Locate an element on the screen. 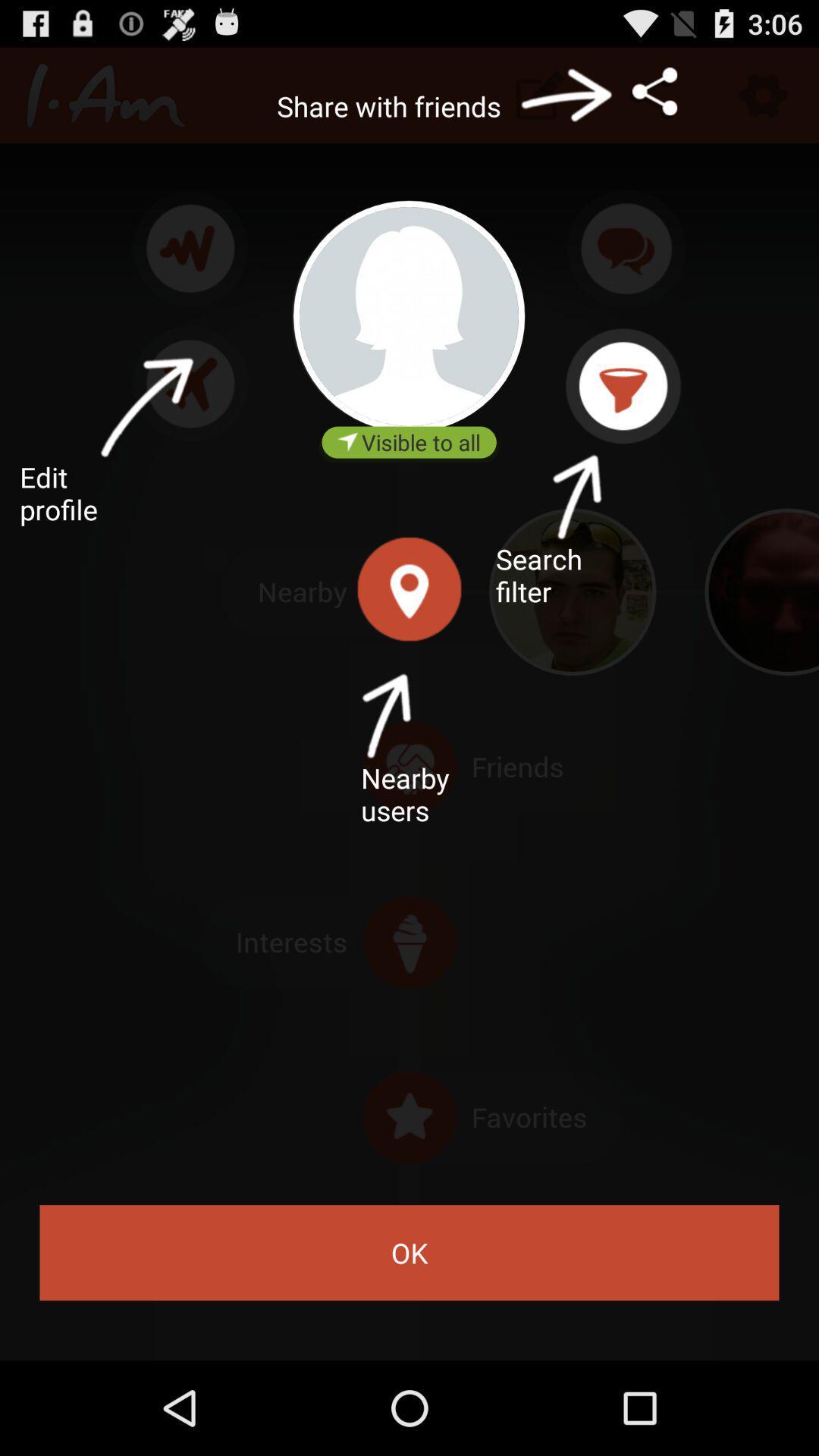  the ok is located at coordinates (409, 1253).